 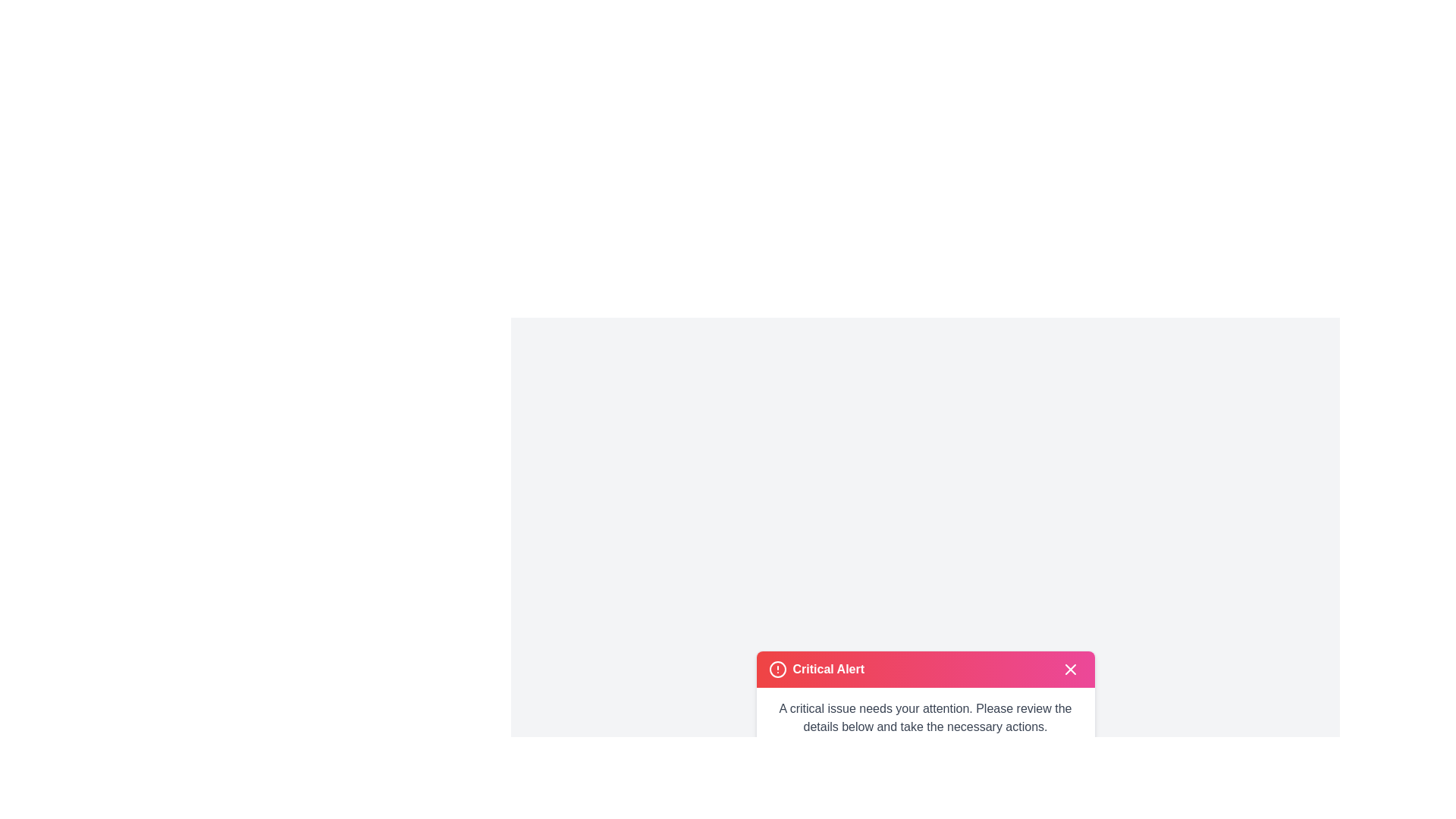 I want to click on the close button located at the top-right corner of the critical alert notification bar, so click(x=1069, y=668).